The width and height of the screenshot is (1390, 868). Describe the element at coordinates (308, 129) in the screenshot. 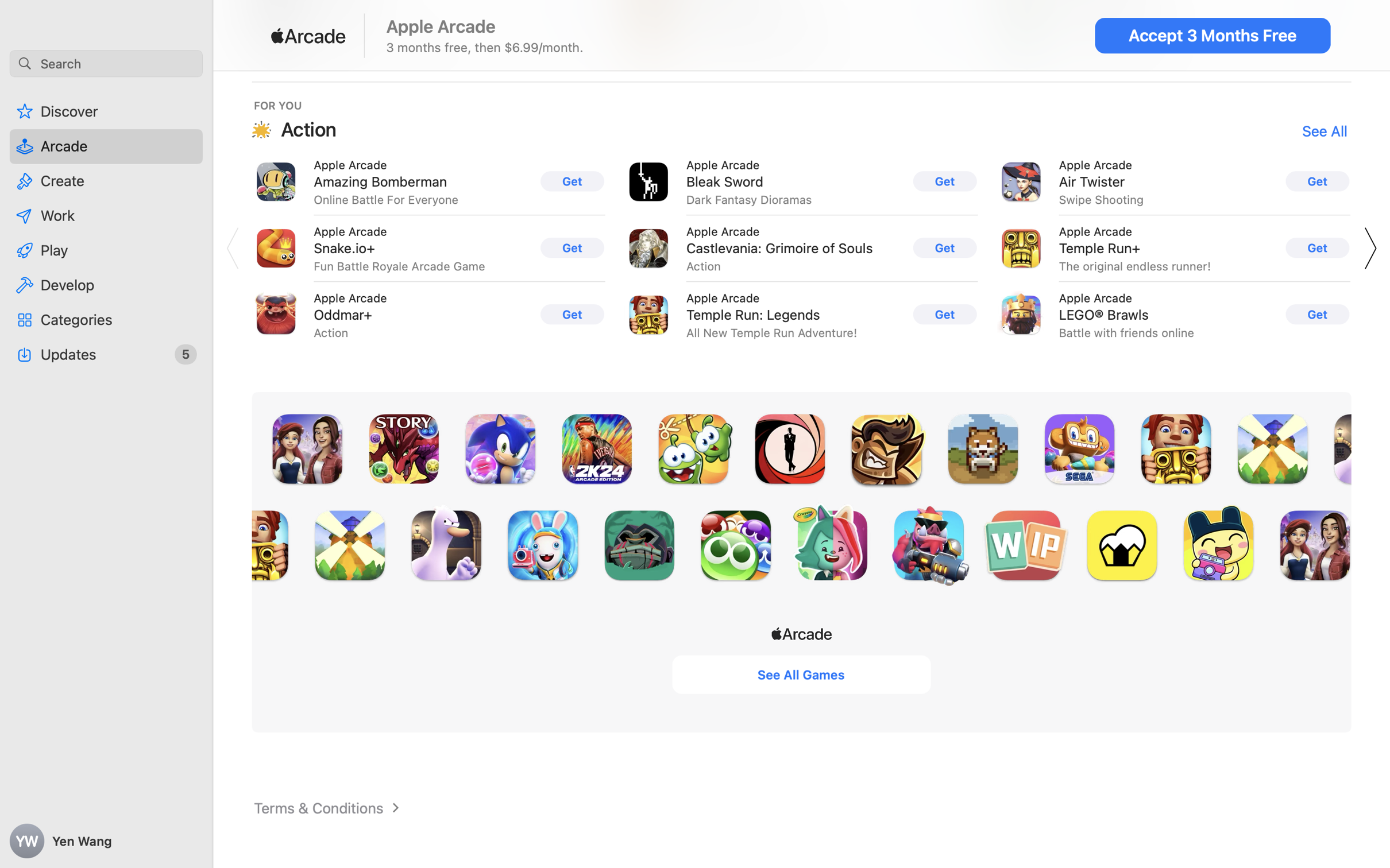

I see `'Action'` at that location.